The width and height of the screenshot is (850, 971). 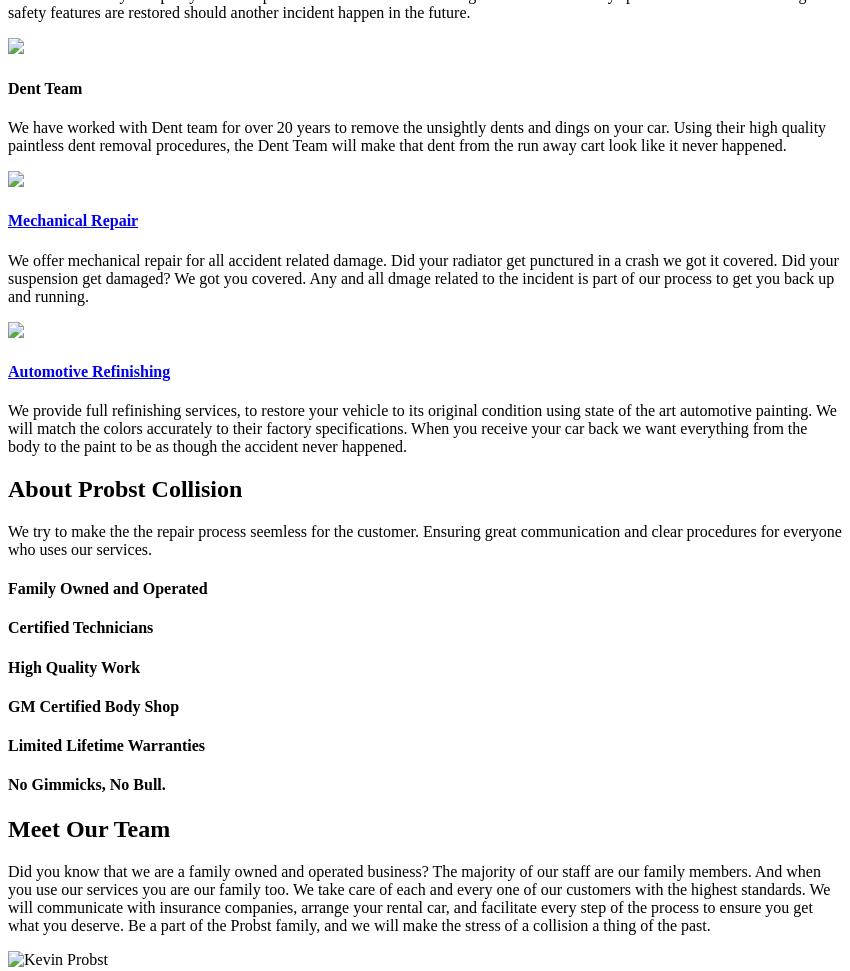 I want to click on 'Dent Team', so click(x=44, y=86).